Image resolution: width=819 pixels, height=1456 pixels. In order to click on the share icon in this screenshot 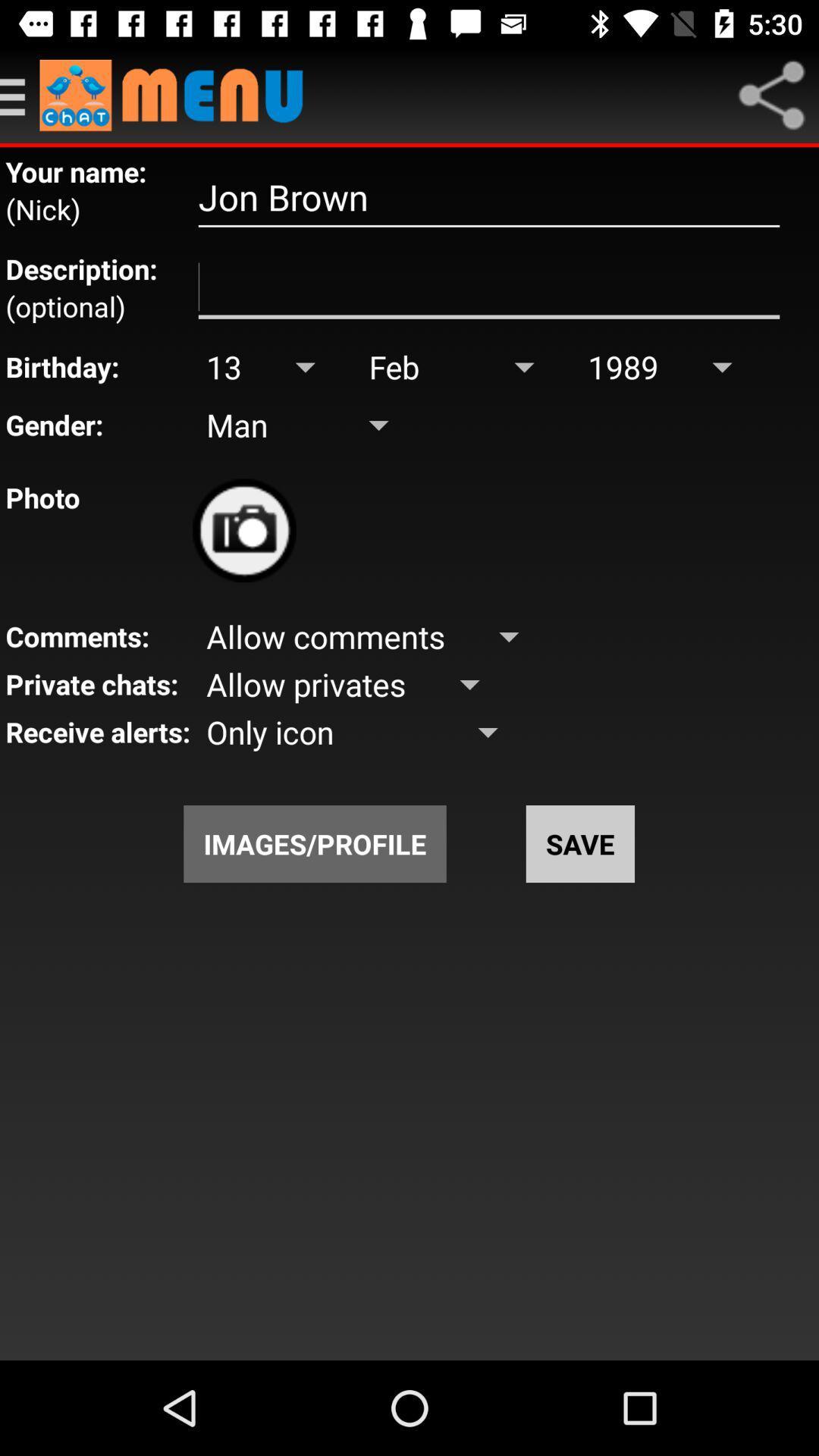, I will do `click(771, 94)`.